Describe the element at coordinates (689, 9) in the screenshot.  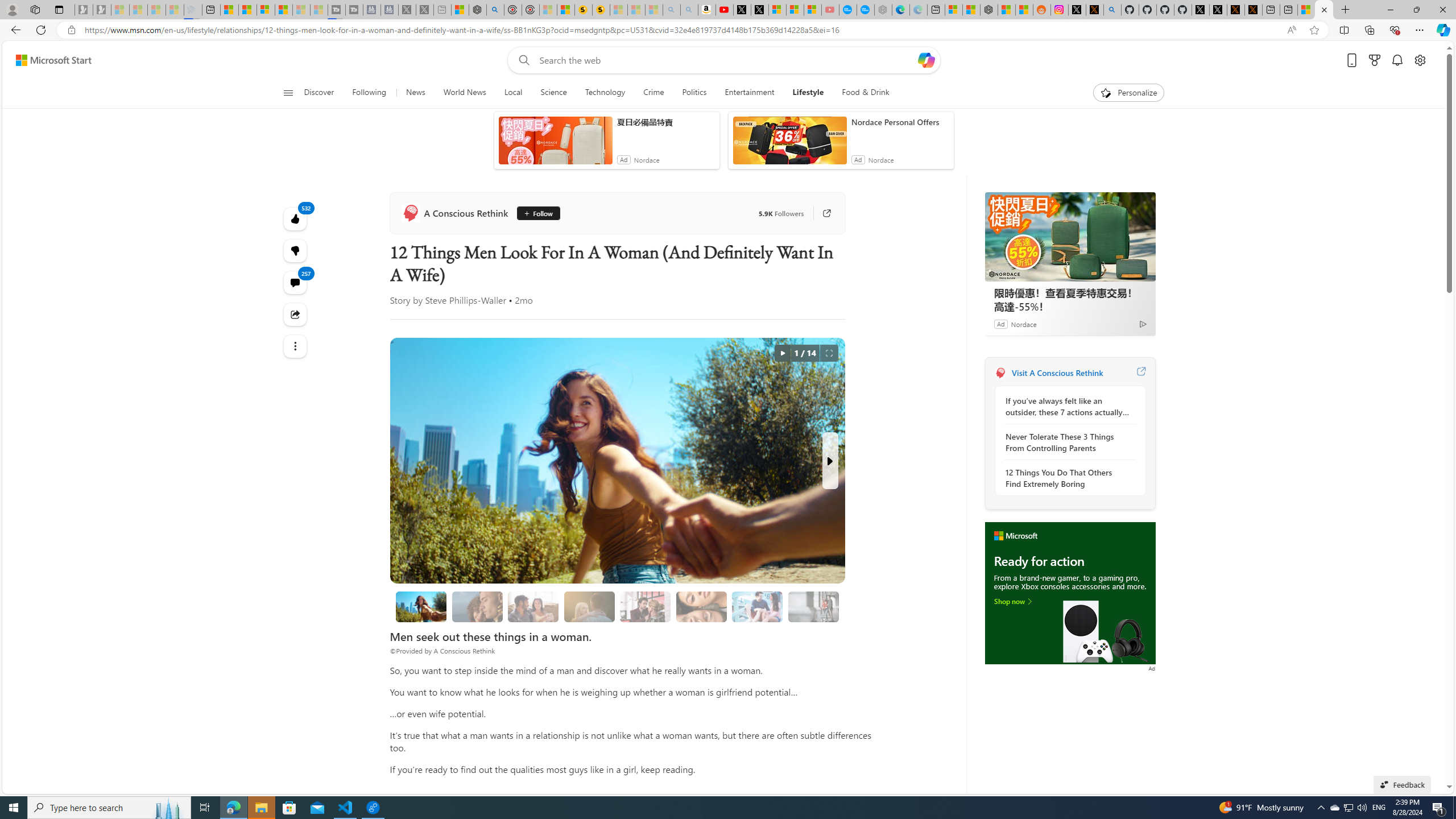
I see `'Amazon Echo Dot PNG - Search Images - Sleeping'` at that location.